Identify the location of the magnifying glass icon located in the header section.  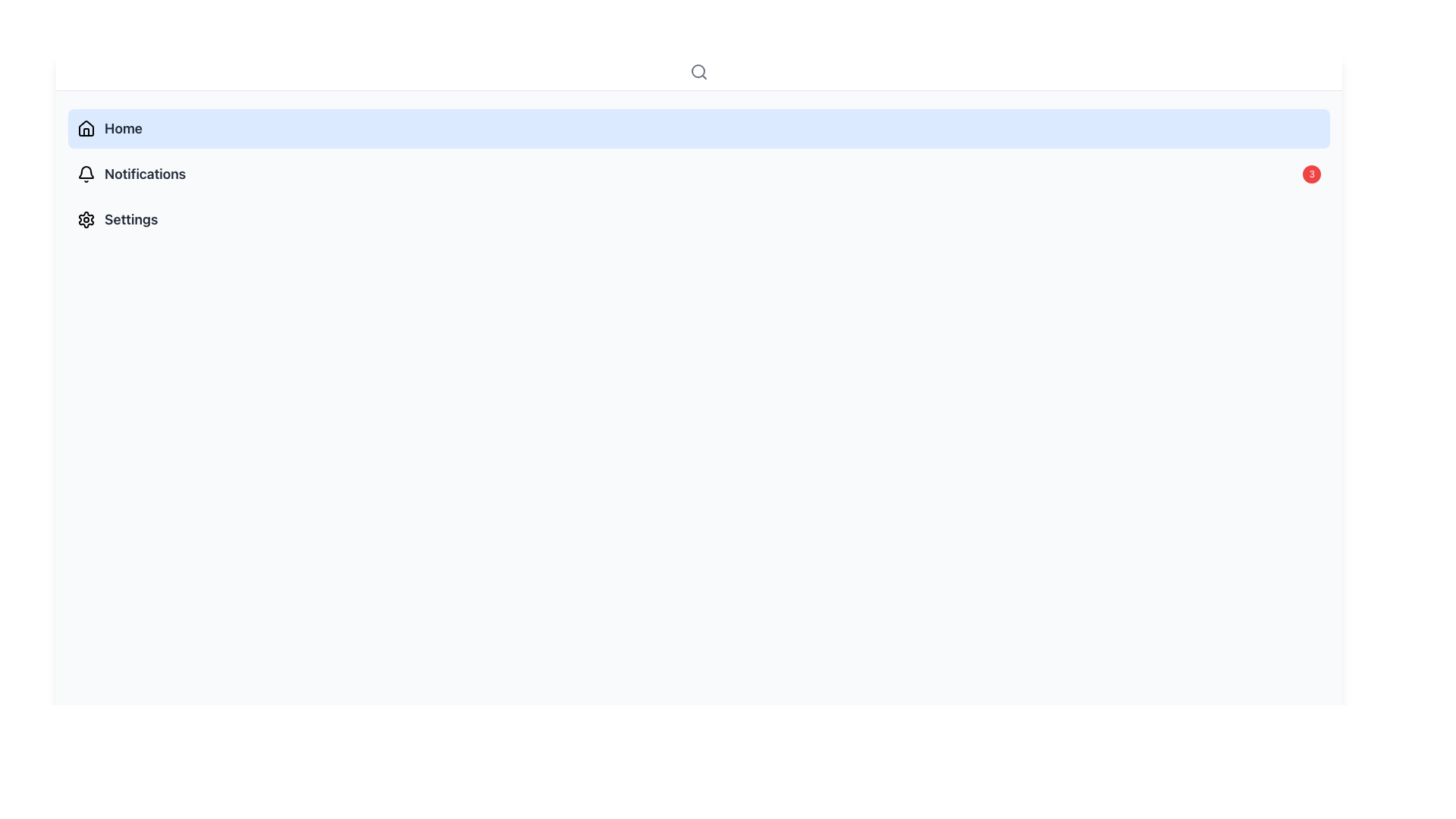
(698, 72).